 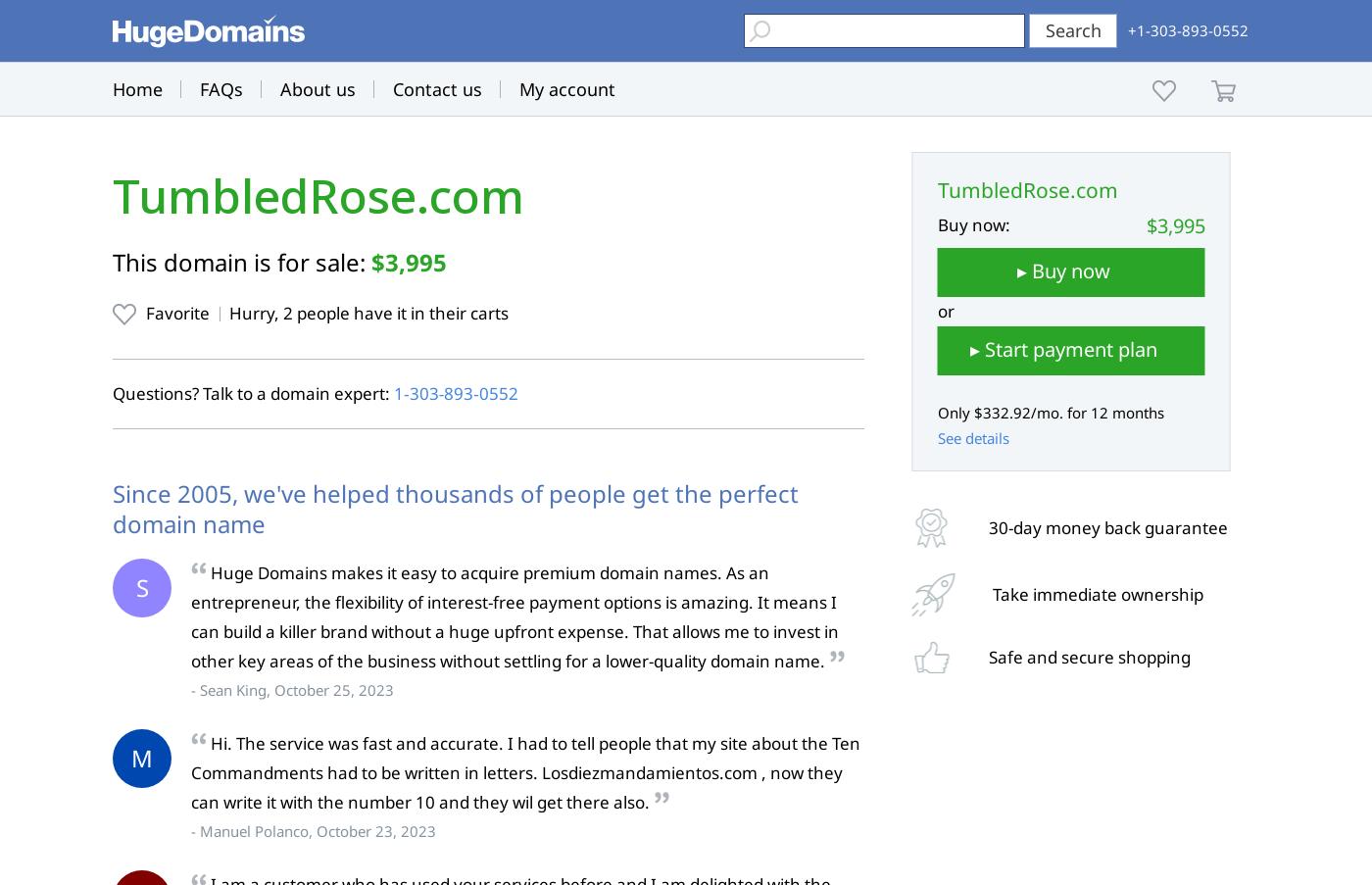 I want to click on '- Sean King, October 25, 2023', so click(x=191, y=688).